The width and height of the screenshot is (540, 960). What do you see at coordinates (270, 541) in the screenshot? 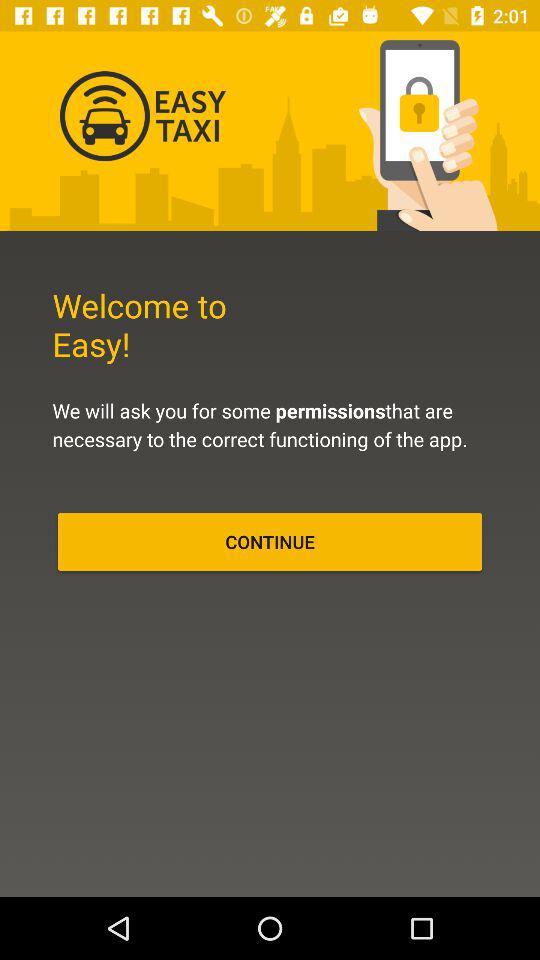
I see `the continue item` at bounding box center [270, 541].